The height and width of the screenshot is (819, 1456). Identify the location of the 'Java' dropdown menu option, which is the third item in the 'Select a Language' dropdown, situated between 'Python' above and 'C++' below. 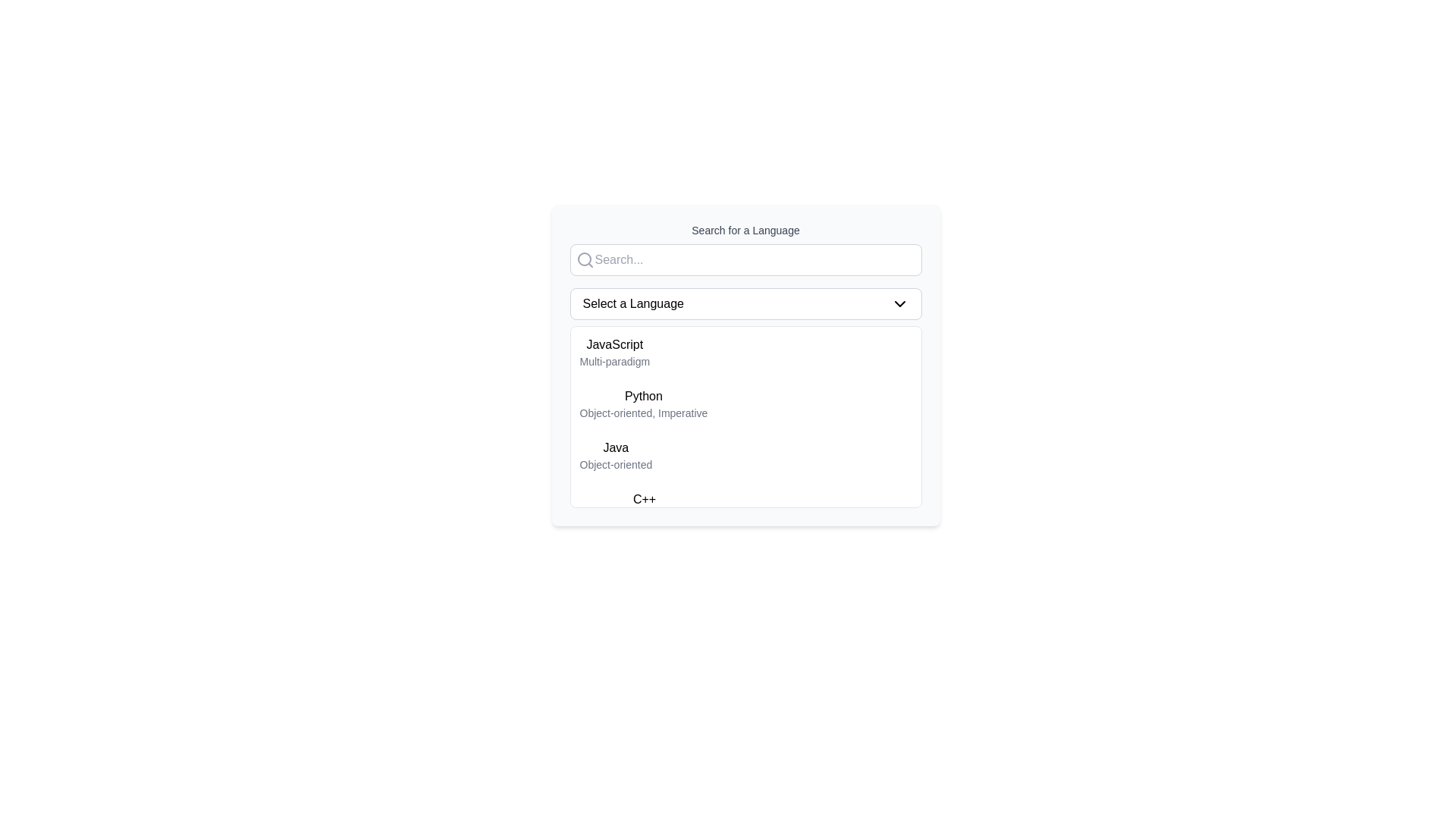
(745, 455).